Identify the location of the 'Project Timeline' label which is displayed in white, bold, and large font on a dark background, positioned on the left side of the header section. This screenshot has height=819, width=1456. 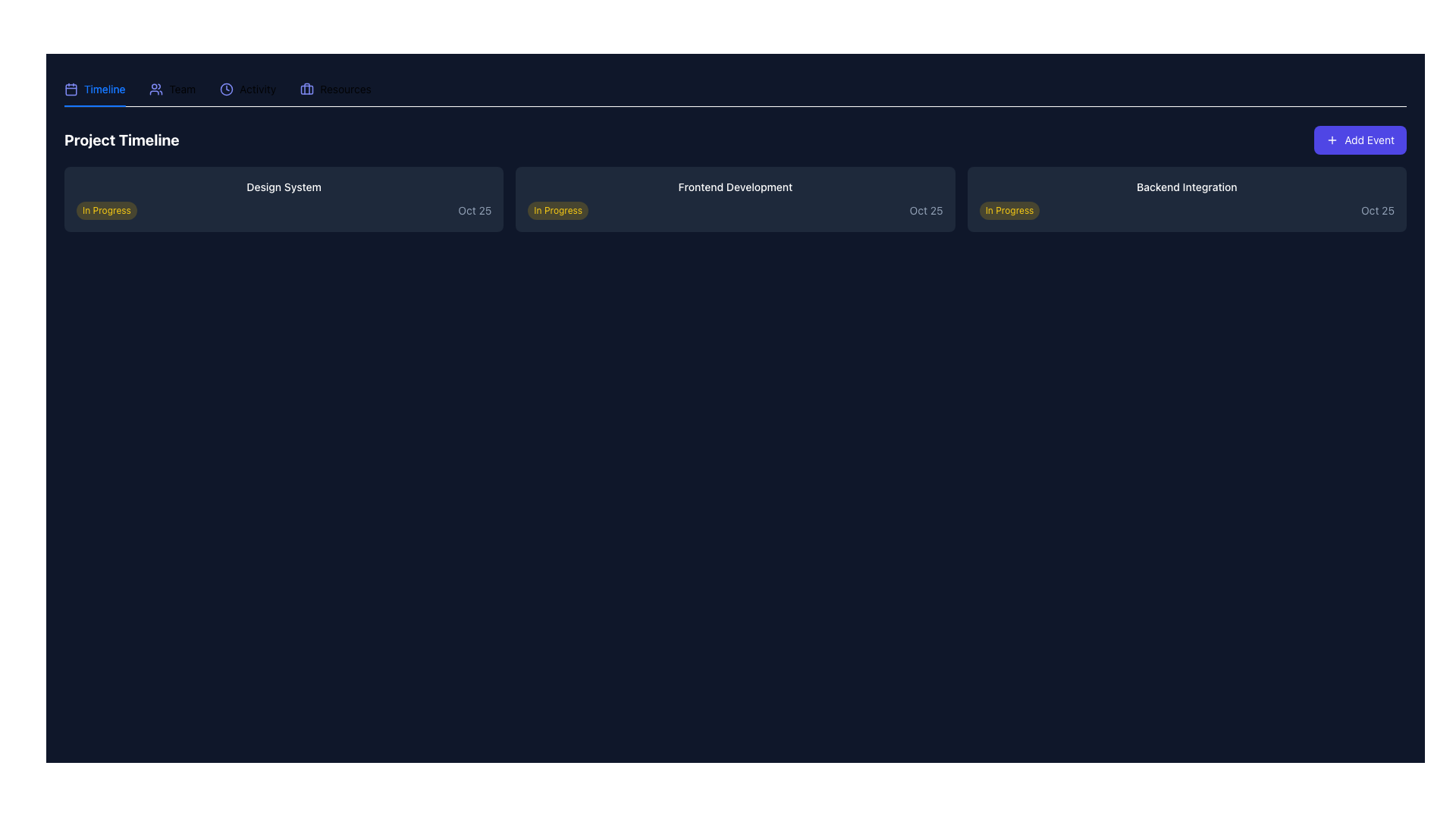
(121, 140).